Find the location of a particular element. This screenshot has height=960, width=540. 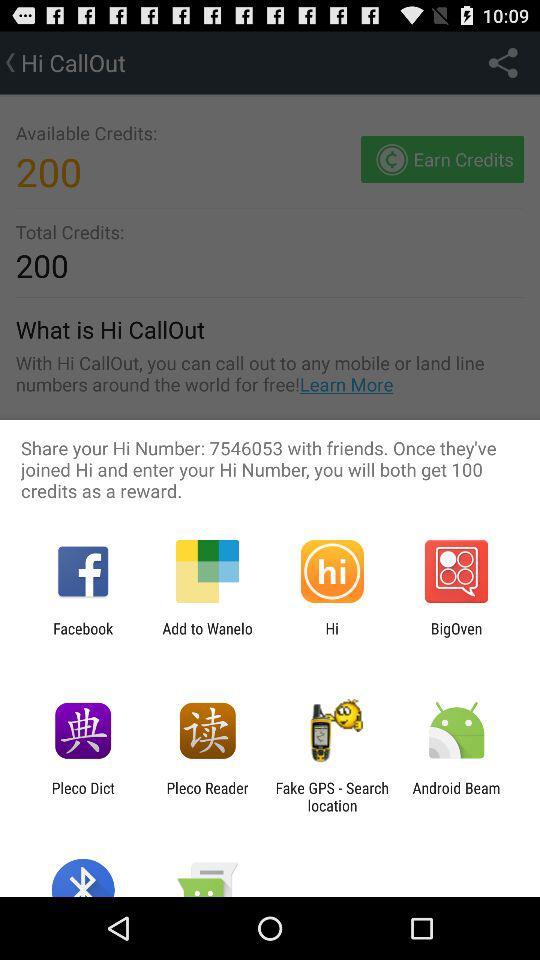

the item next to the fake gps search app is located at coordinates (456, 796).